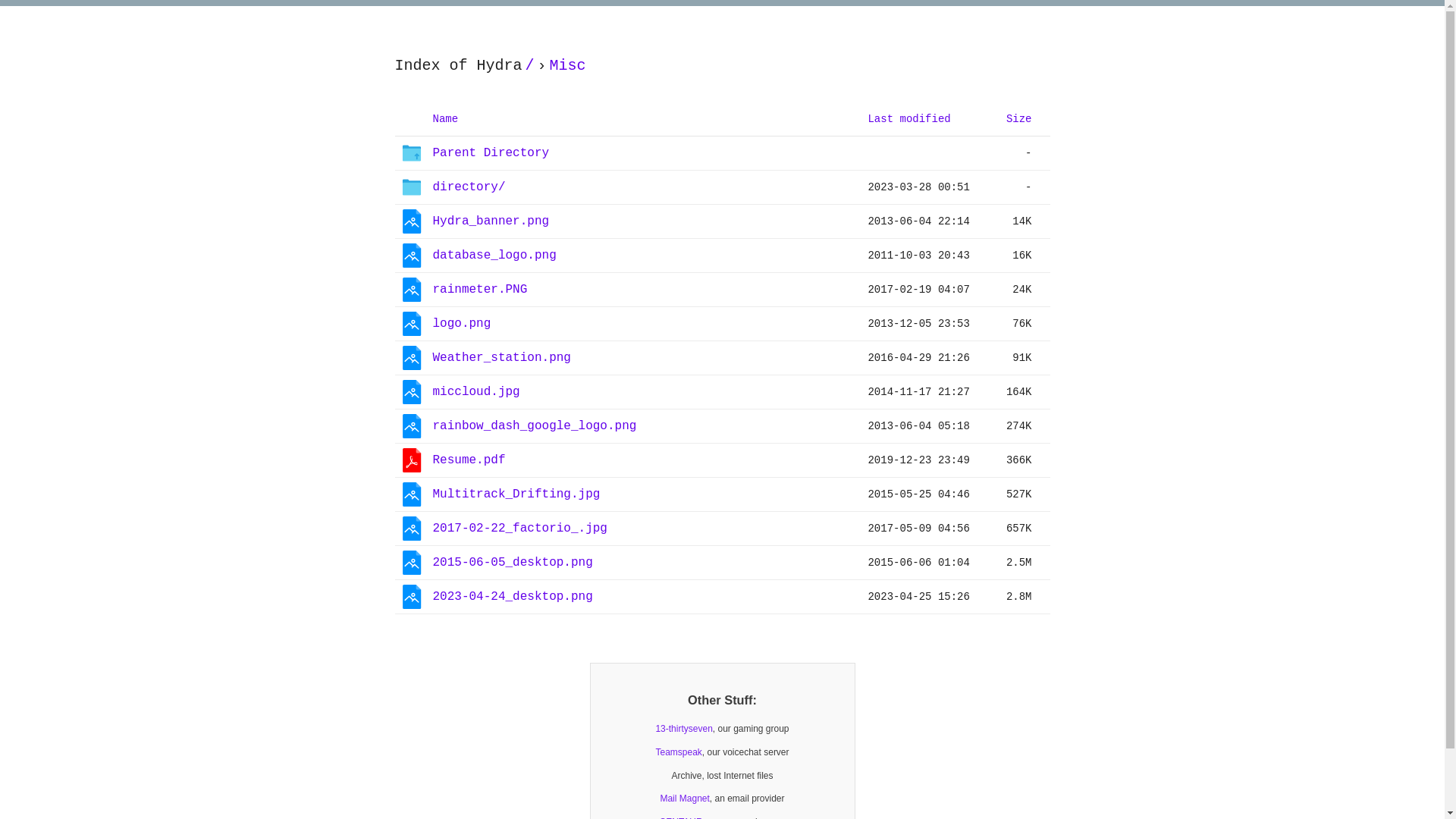  What do you see at coordinates (431, 357) in the screenshot?
I see `'Weather_station.png'` at bounding box center [431, 357].